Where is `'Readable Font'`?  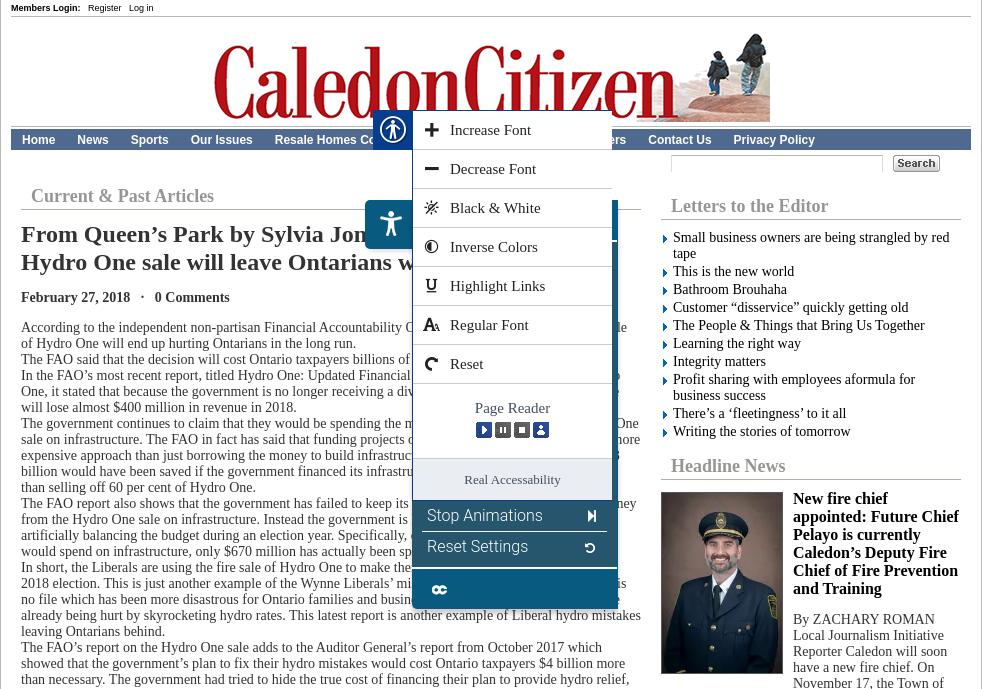 'Readable Font' is located at coordinates (476, 323).